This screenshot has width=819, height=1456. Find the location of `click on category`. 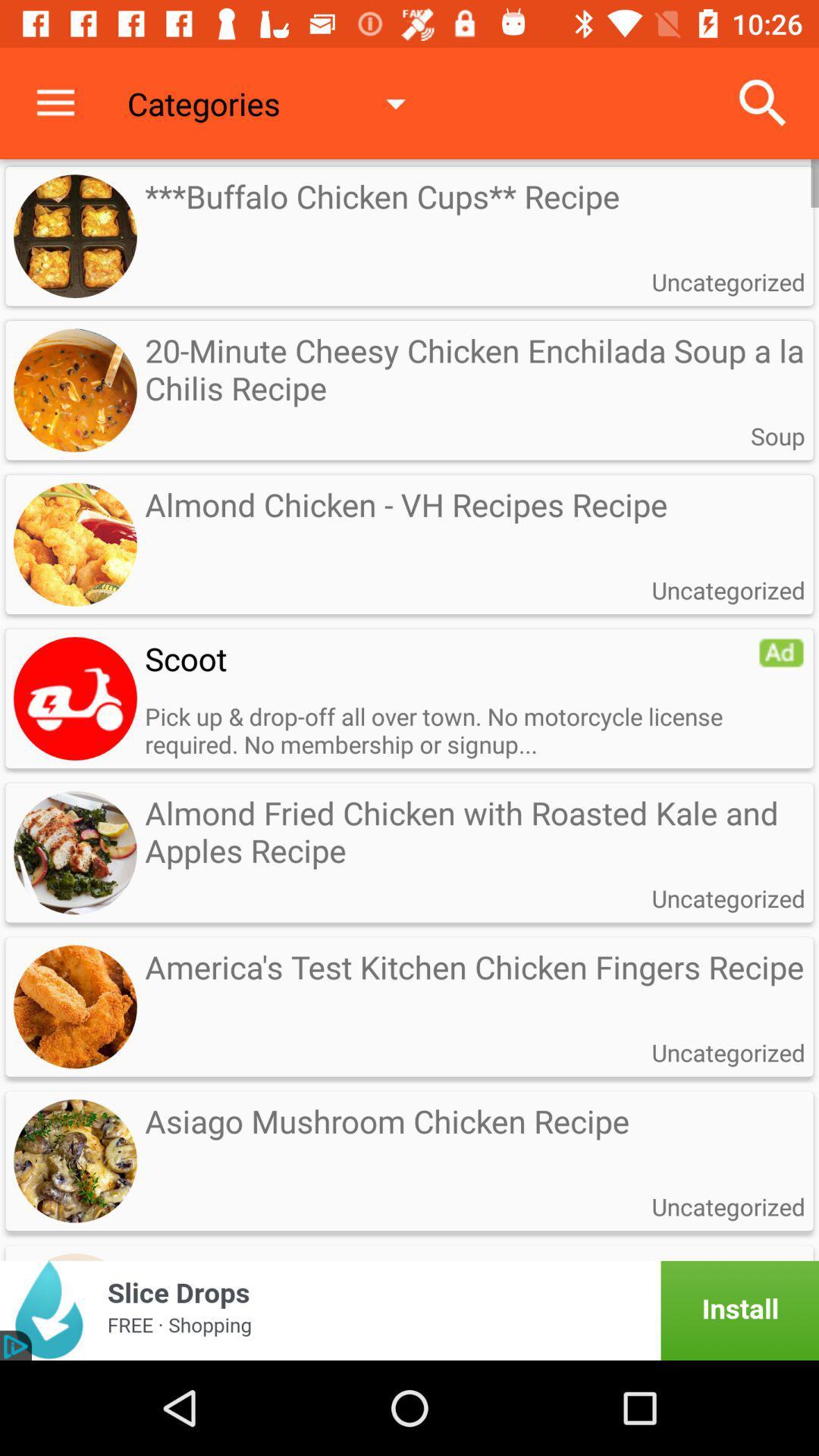

click on category is located at coordinates (75, 698).